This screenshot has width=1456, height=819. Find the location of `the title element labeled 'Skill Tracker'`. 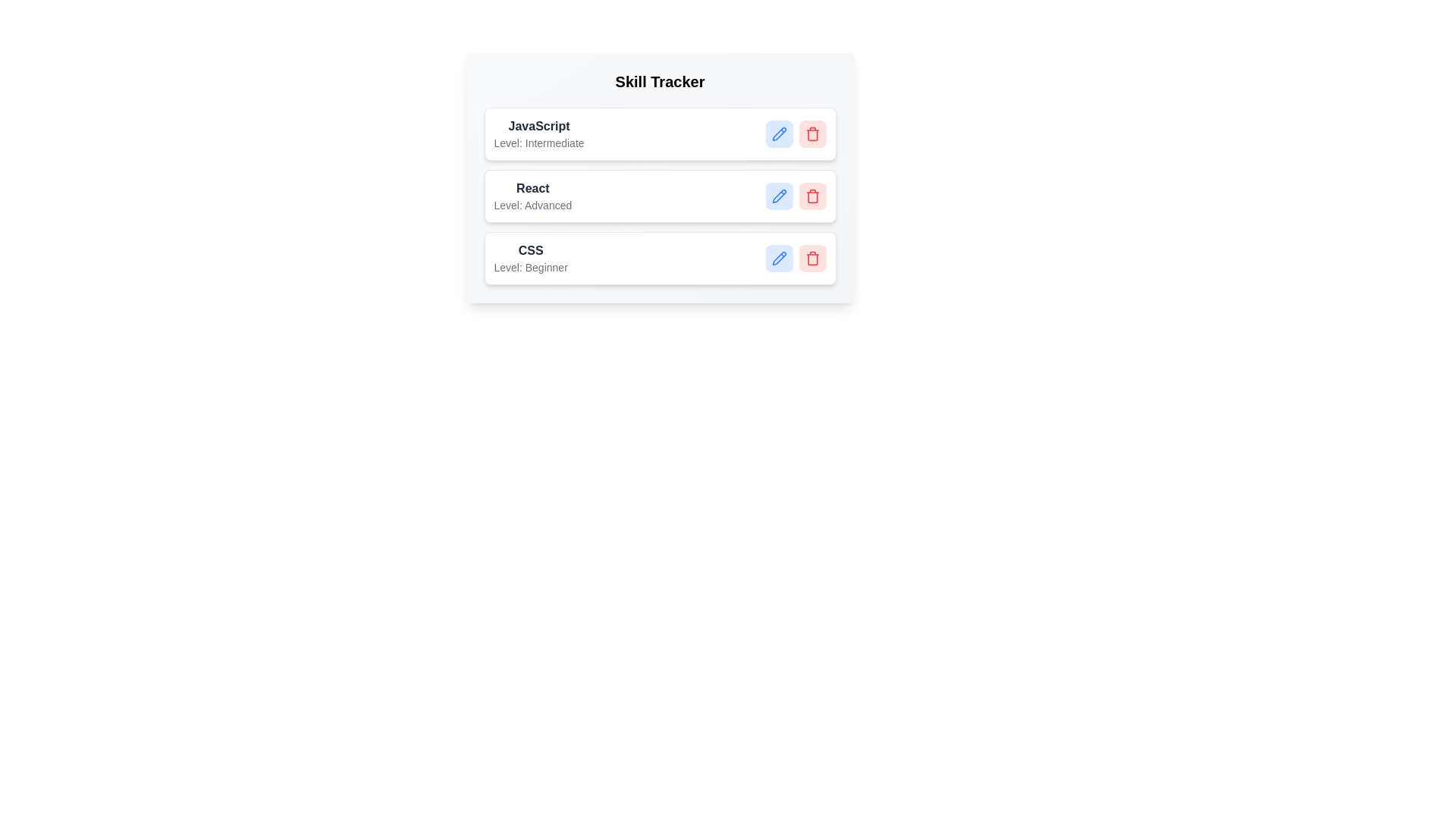

the title element labeled 'Skill Tracker' is located at coordinates (660, 82).